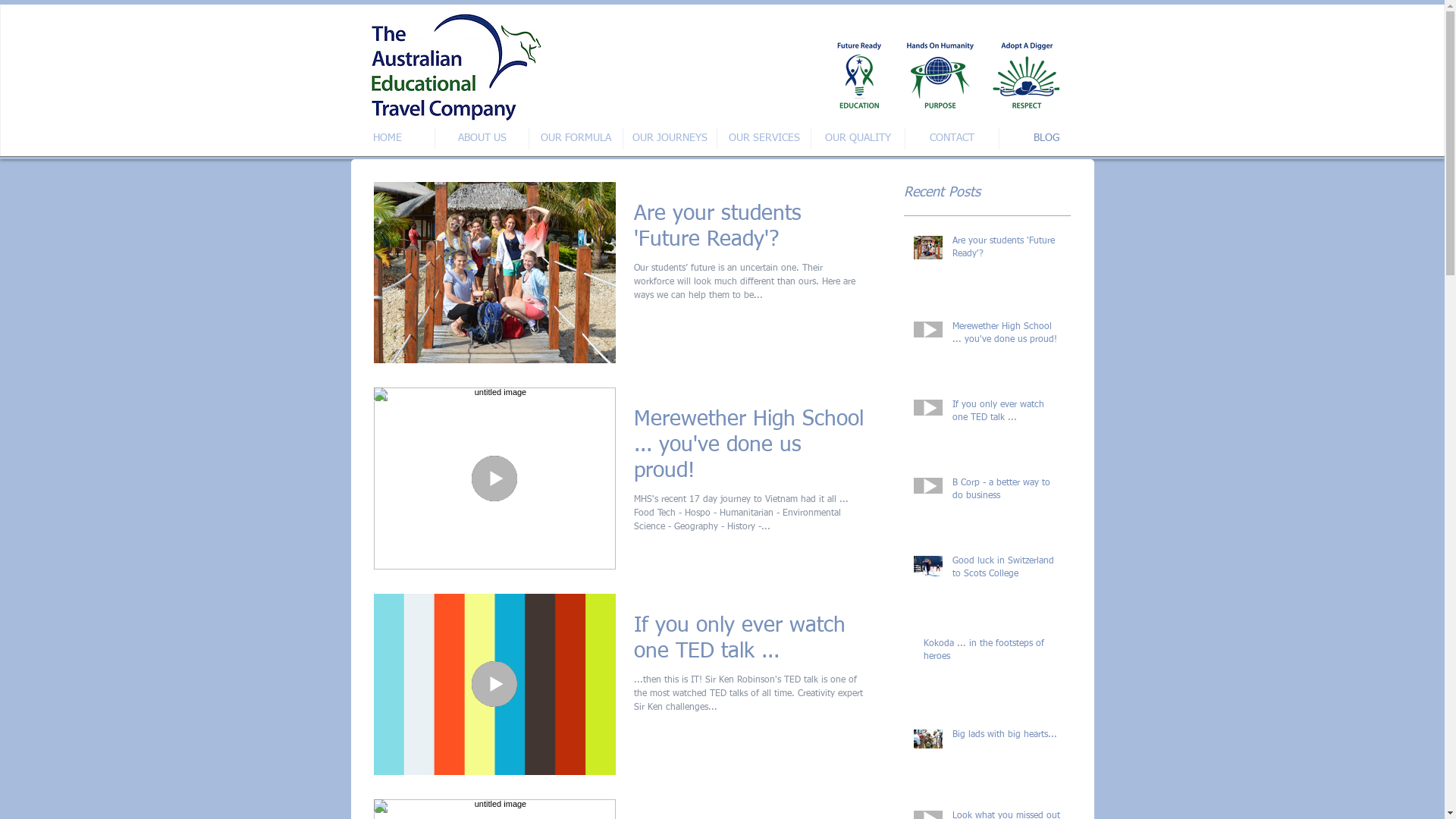 The image size is (1456, 819). I want to click on 'Are your students 'Future Ready'?', so click(748, 231).